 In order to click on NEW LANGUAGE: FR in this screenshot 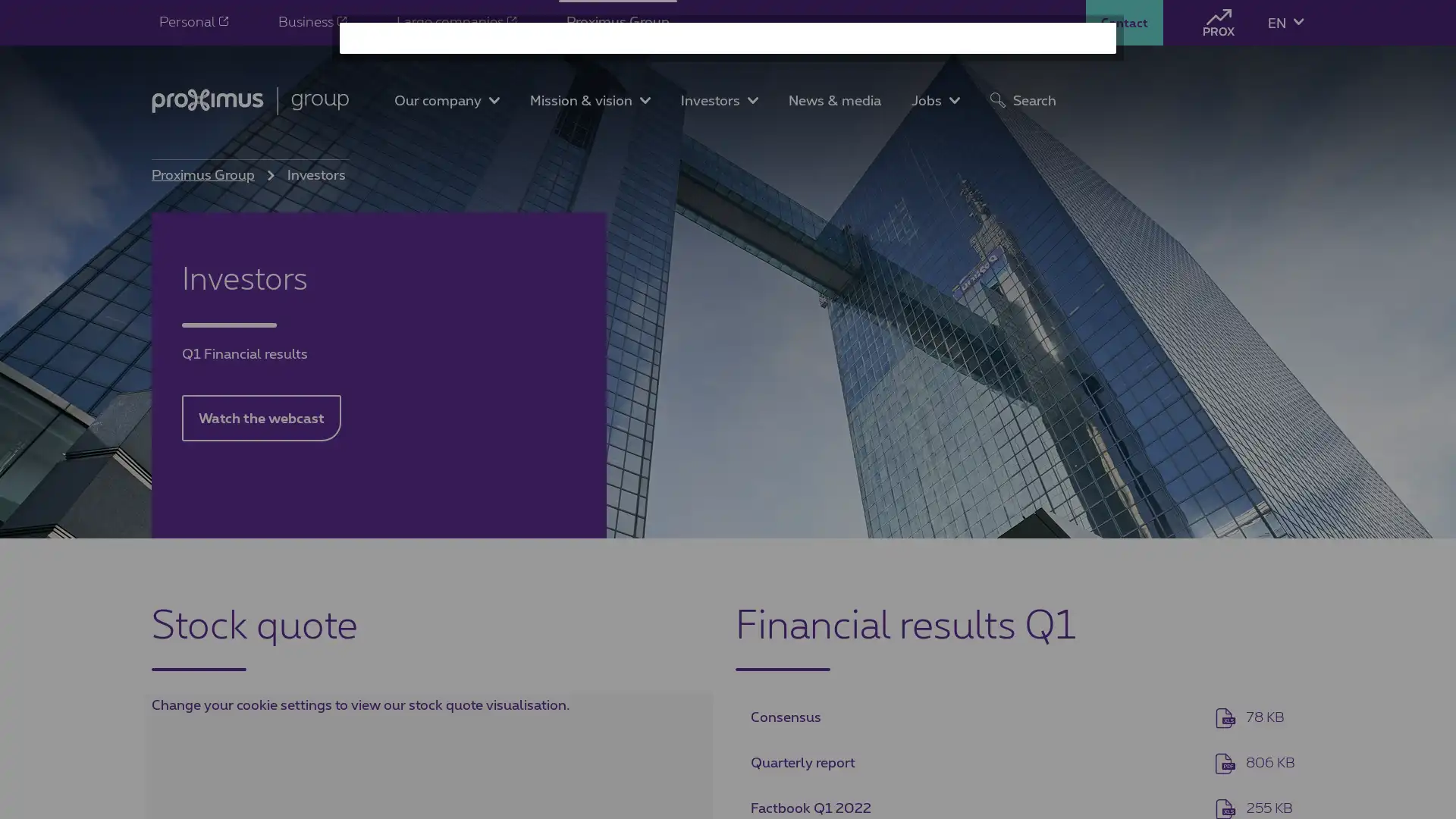, I will do `click(1285, 63)`.